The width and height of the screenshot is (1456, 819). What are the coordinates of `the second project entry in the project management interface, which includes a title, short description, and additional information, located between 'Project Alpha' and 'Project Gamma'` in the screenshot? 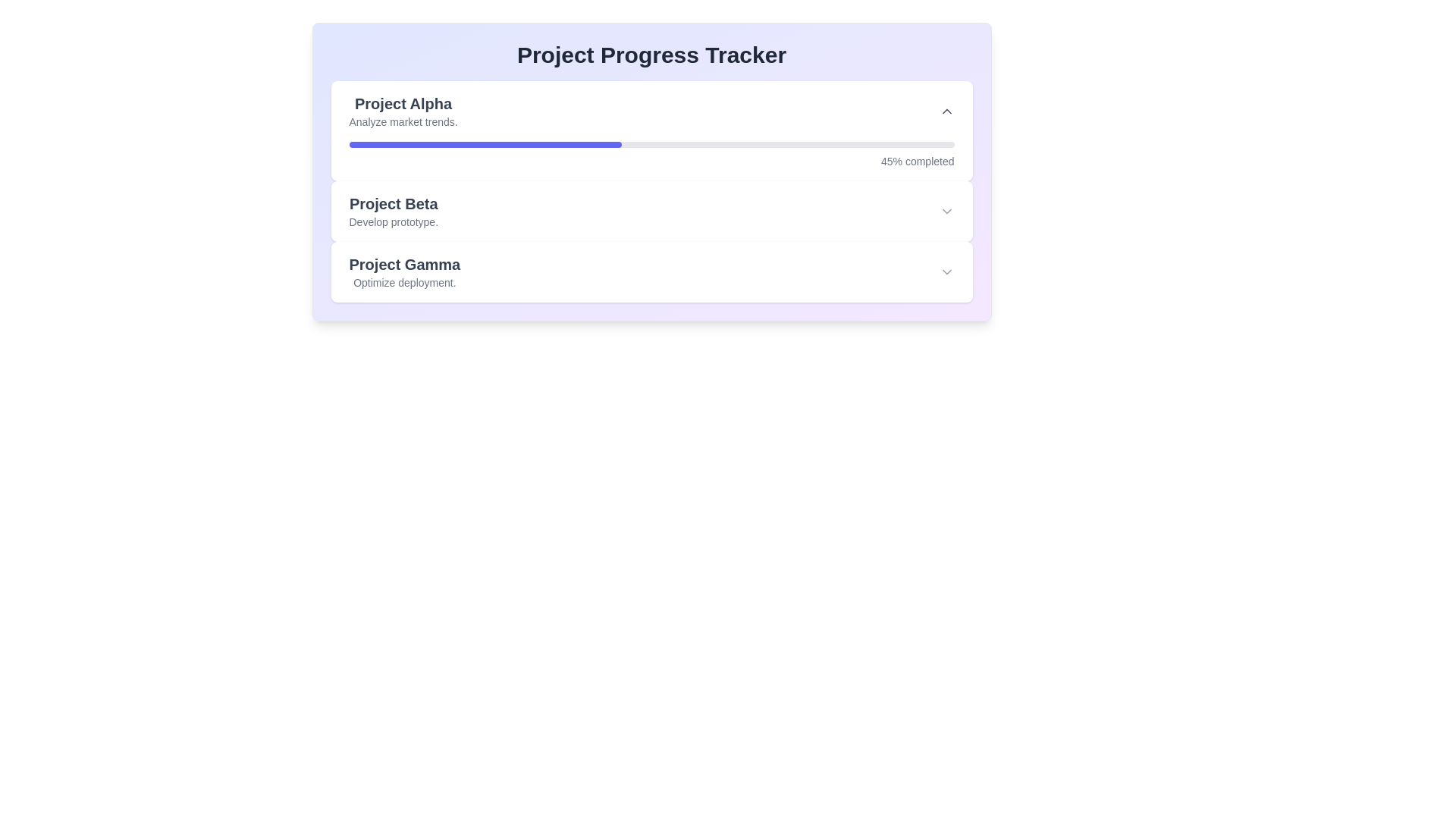 It's located at (651, 191).